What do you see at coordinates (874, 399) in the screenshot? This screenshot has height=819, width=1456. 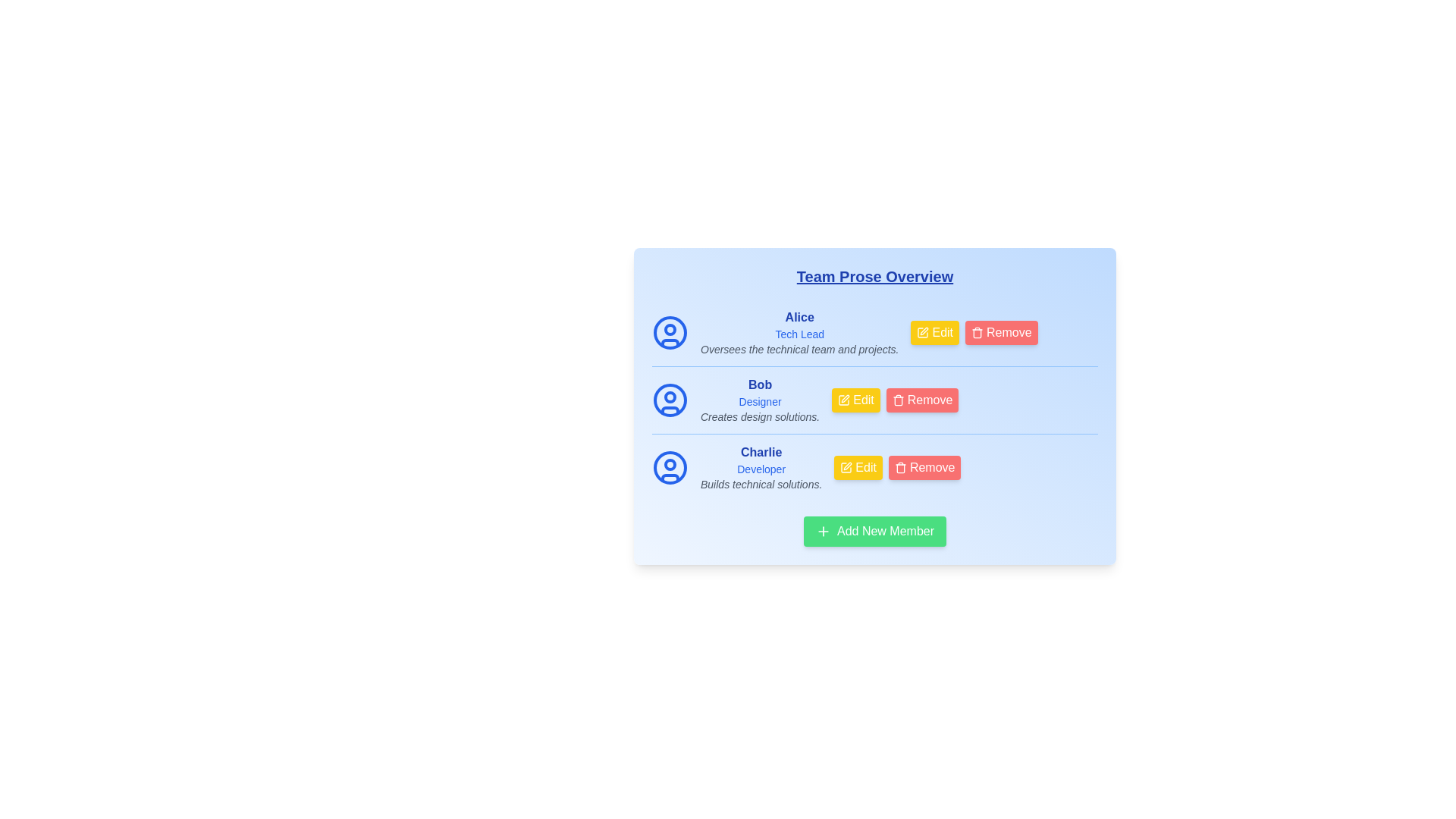 I see `the 'Edit' button (yellow) on the profile entry for 'Bob' to modify the profile` at bounding box center [874, 399].